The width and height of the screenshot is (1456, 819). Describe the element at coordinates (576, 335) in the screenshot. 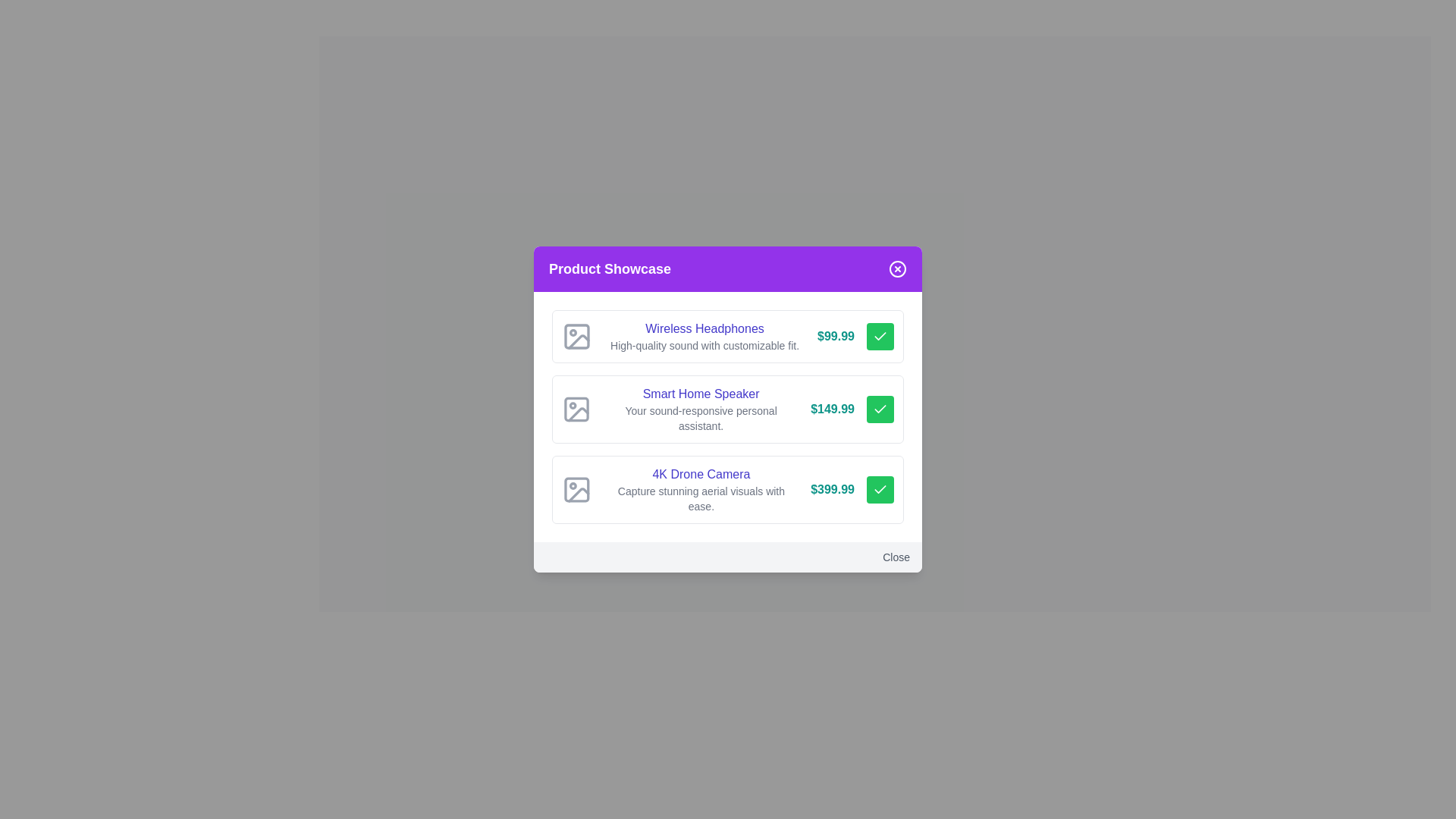

I see `the background frame of the SVG icon for the first product in the 'Product Showcase' list, which is positioned to the left of 'Wireless Headphones'` at that location.